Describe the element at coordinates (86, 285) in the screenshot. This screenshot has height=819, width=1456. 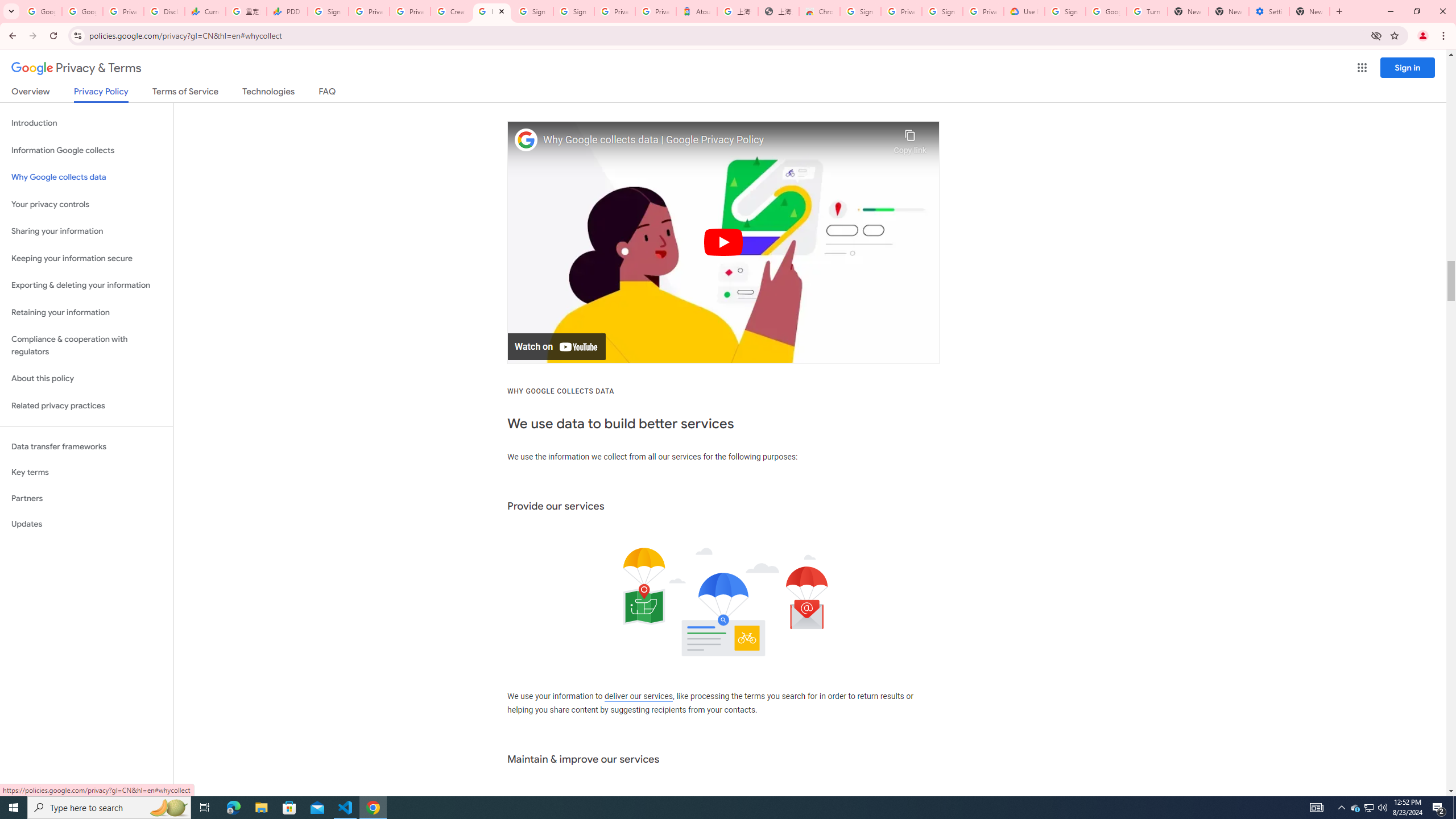
I see `'Exporting & deleting your information'` at that location.